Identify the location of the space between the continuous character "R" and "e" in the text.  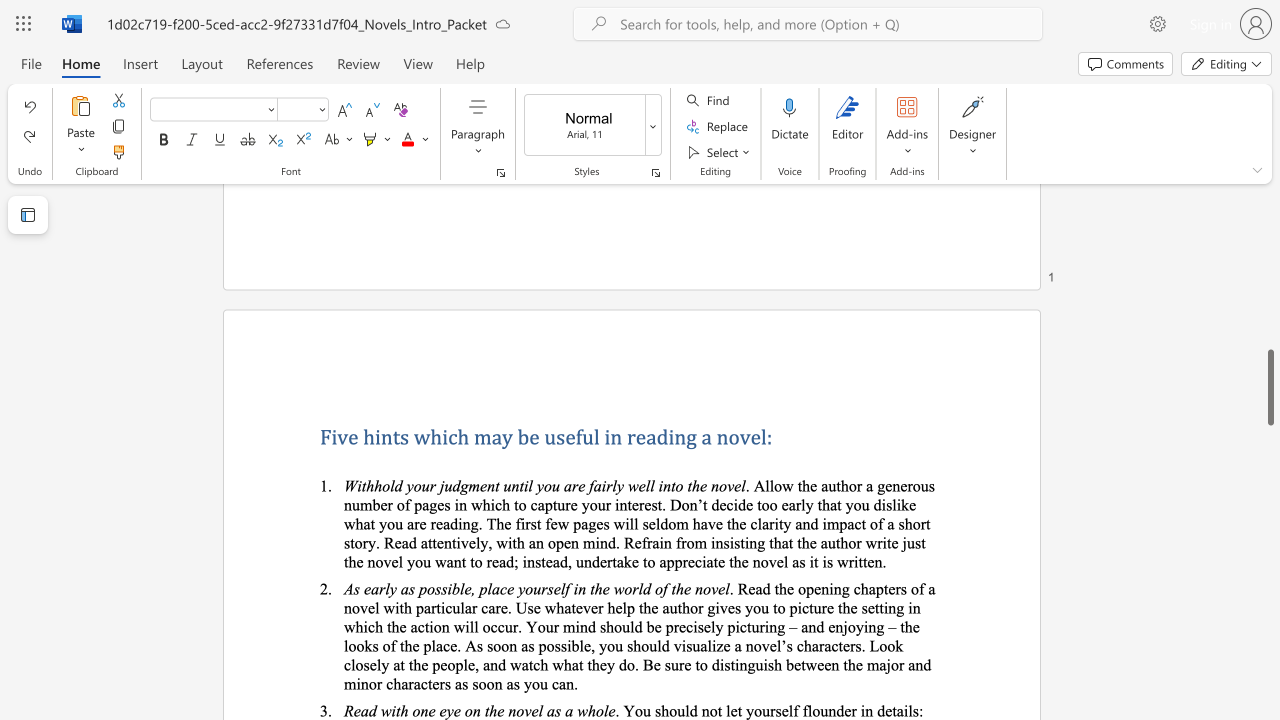
(353, 709).